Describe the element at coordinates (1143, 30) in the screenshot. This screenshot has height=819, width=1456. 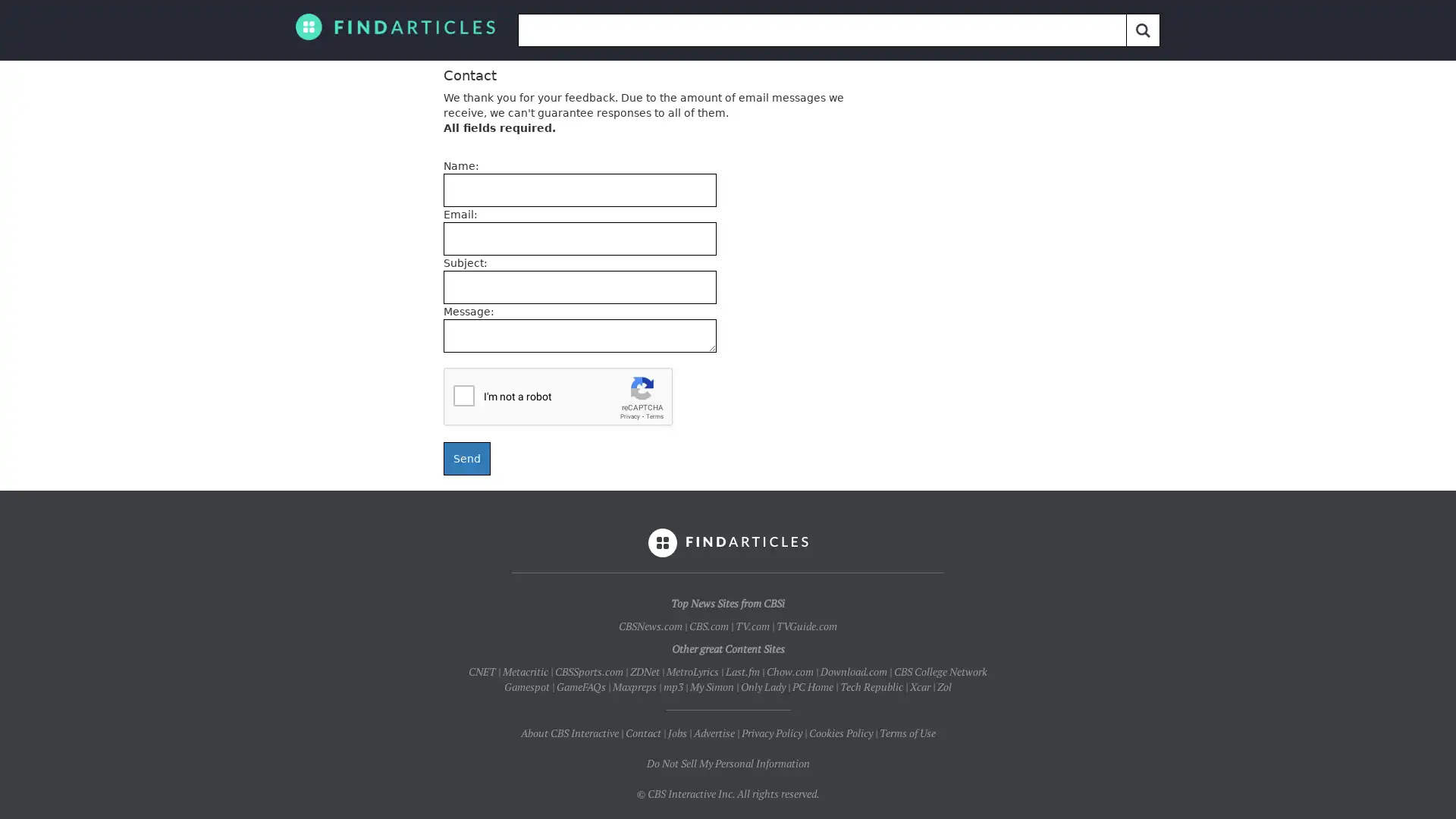
I see `Go` at that location.